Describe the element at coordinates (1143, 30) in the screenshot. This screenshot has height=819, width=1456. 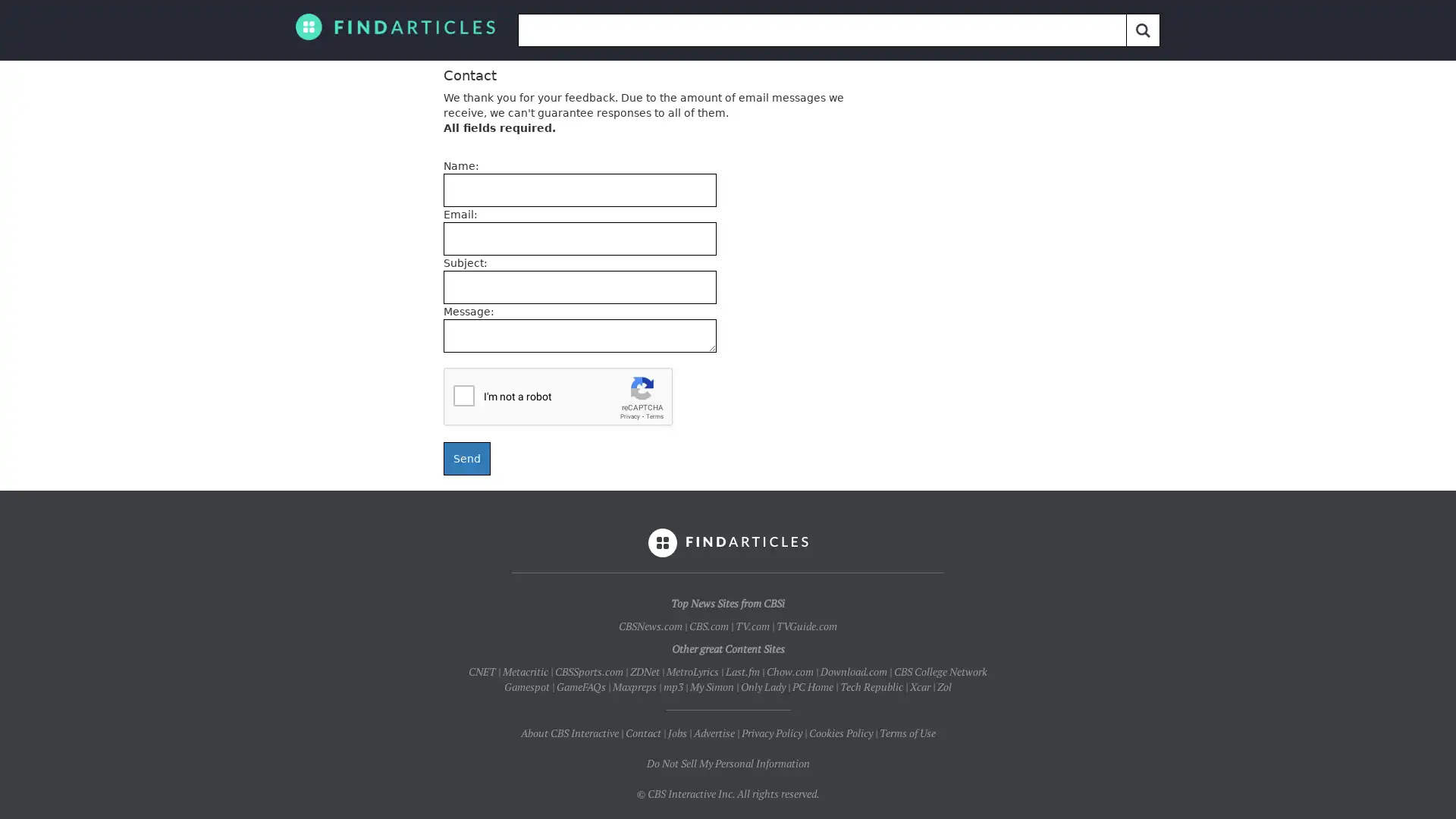
I see `Go` at that location.